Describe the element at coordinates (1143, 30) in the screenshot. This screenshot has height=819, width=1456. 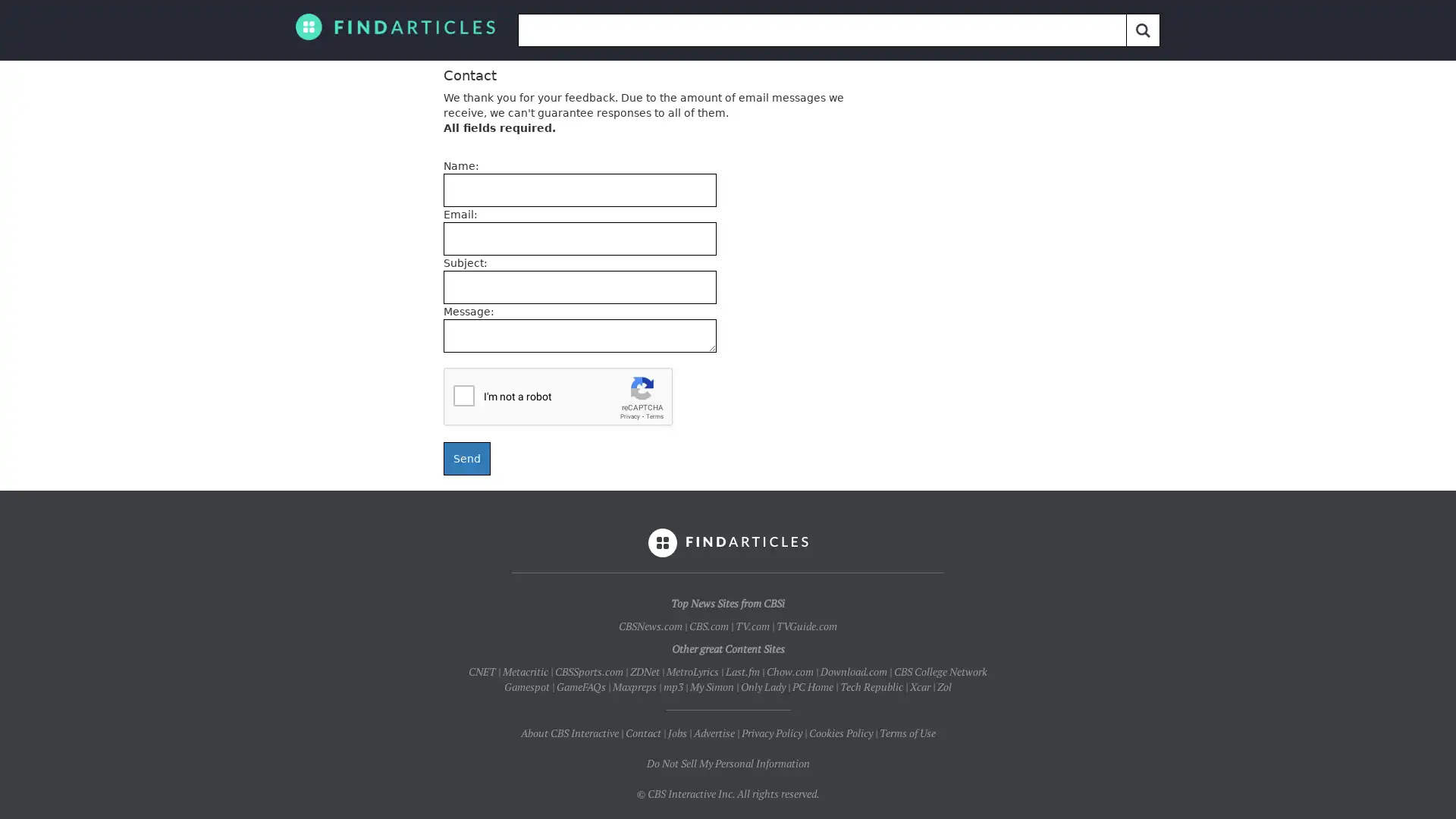
I see `Go` at that location.